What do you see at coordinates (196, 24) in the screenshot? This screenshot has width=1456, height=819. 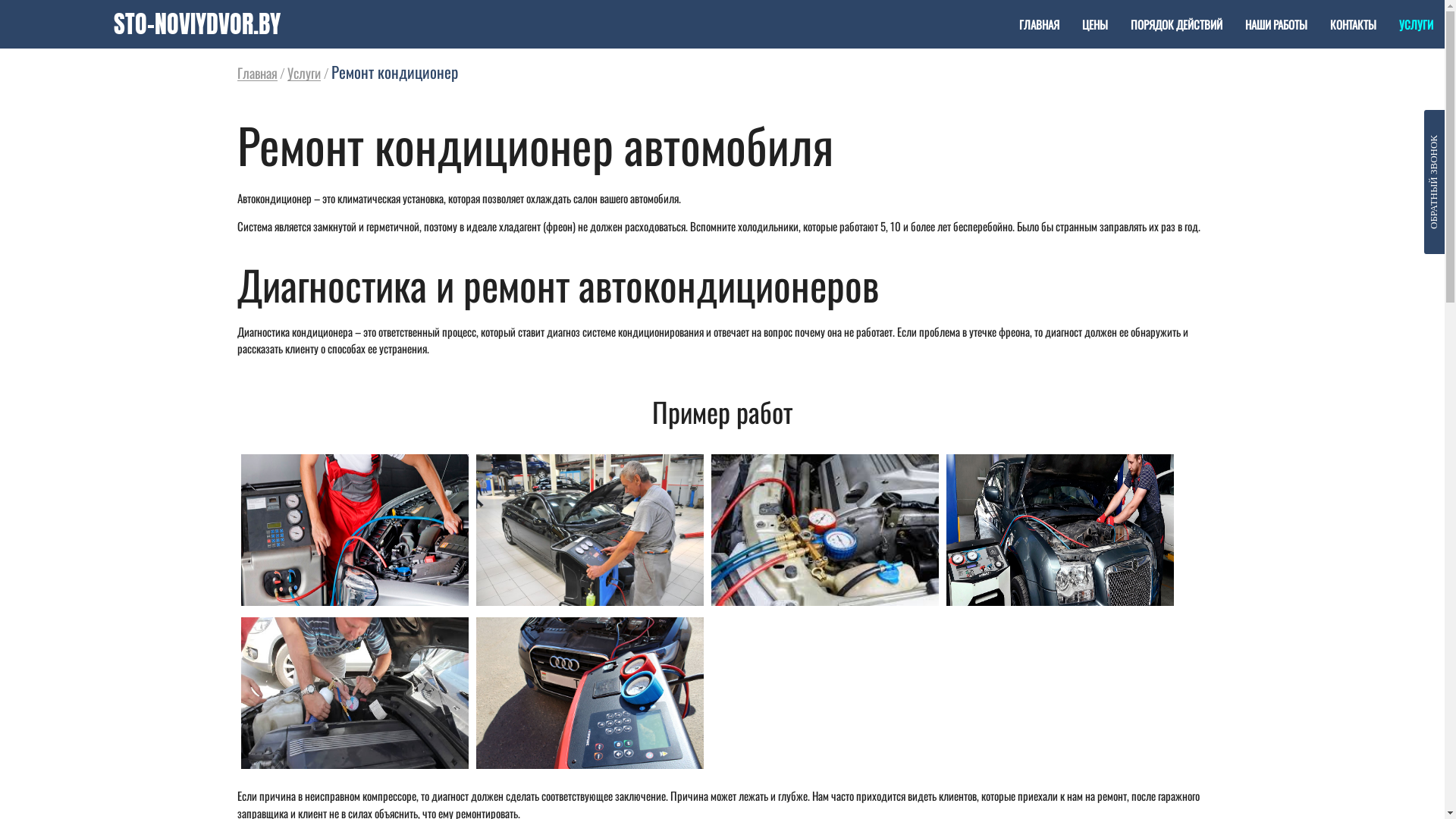 I see `'STO-NOVIYDVOR.BY'` at bounding box center [196, 24].